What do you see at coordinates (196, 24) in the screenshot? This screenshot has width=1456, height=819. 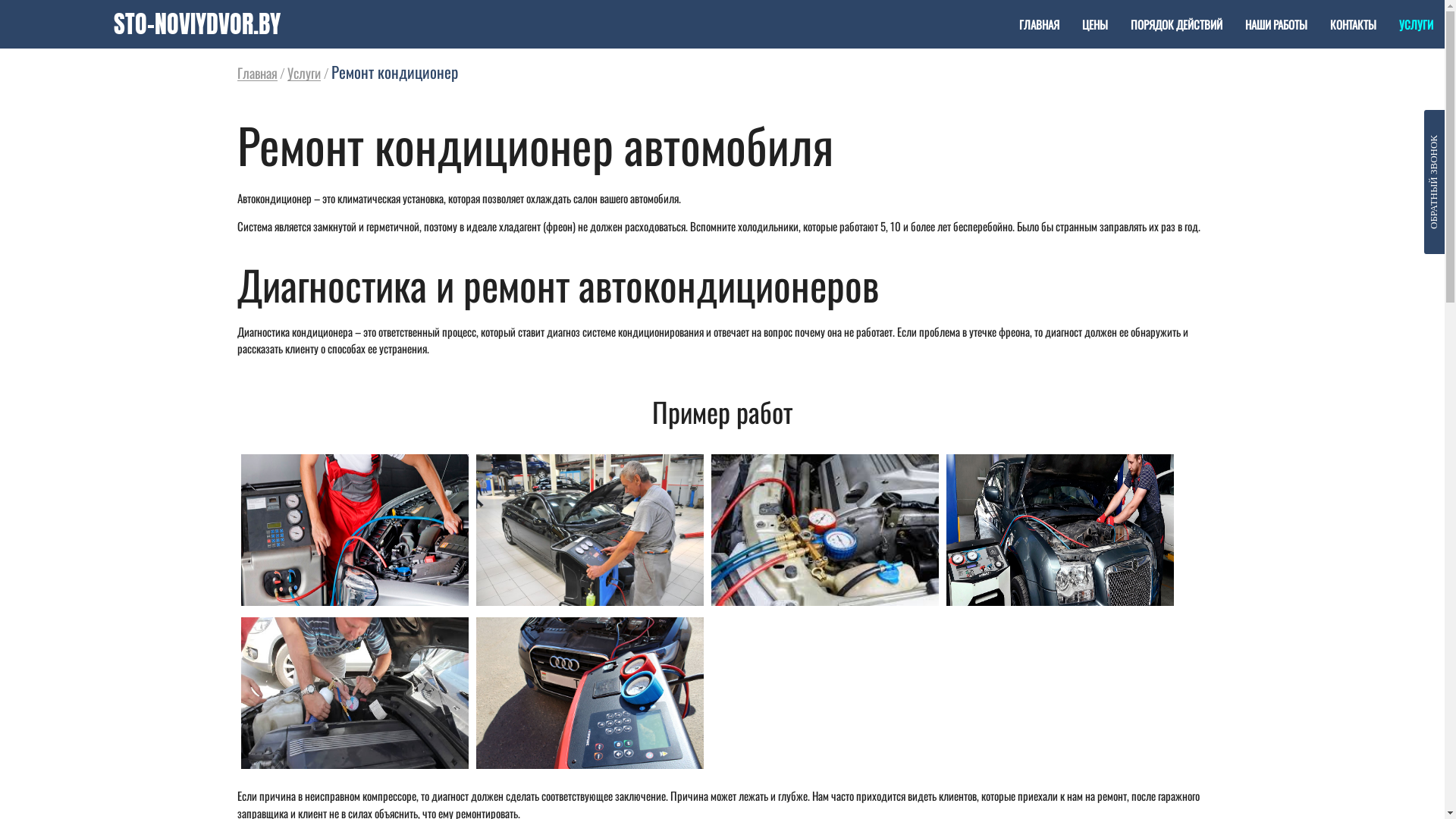 I see `'STO-NOVIYDVOR.BY'` at bounding box center [196, 24].